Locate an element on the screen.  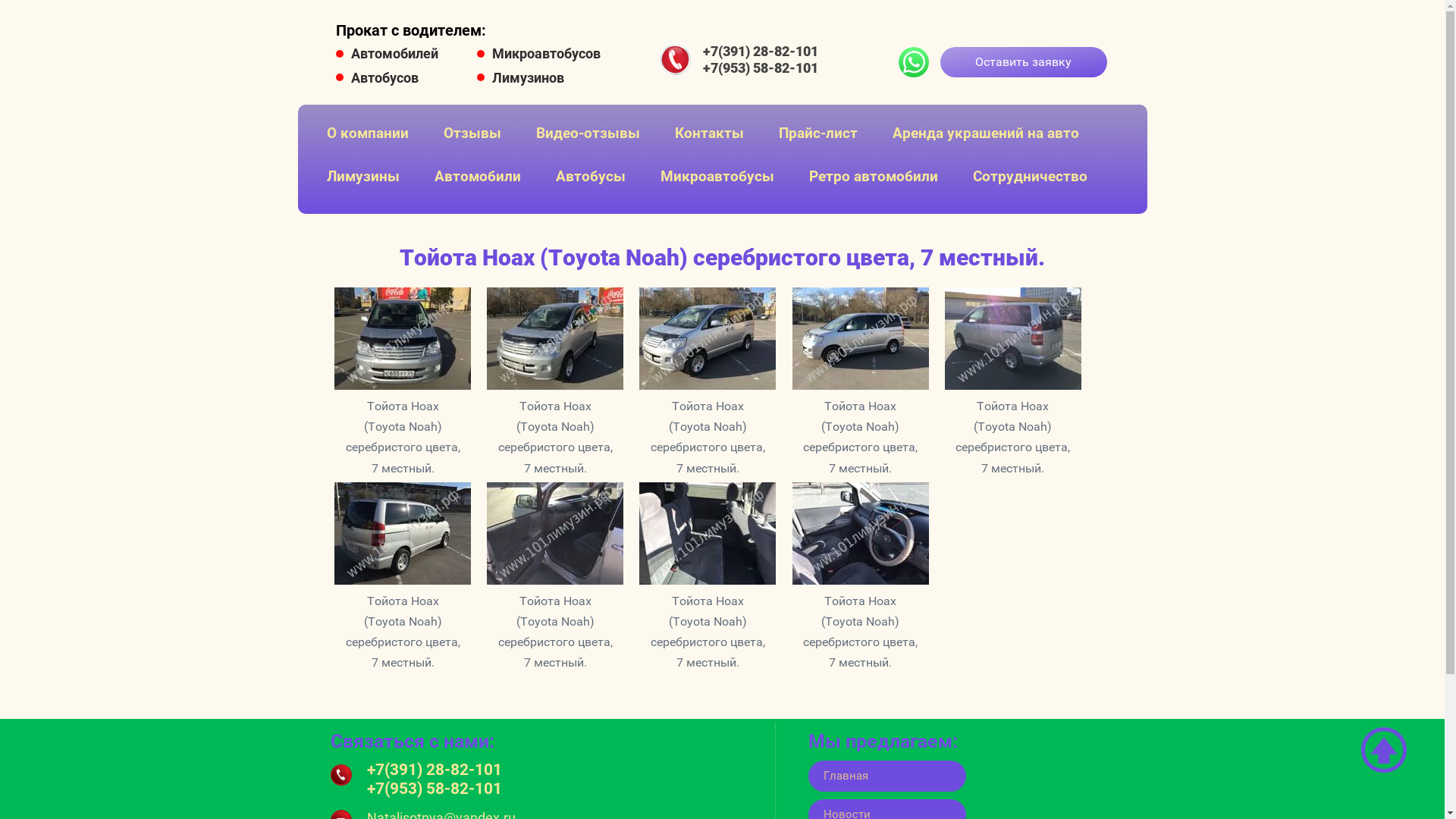
'+7(391) 28-82-101' is located at coordinates (433, 769).